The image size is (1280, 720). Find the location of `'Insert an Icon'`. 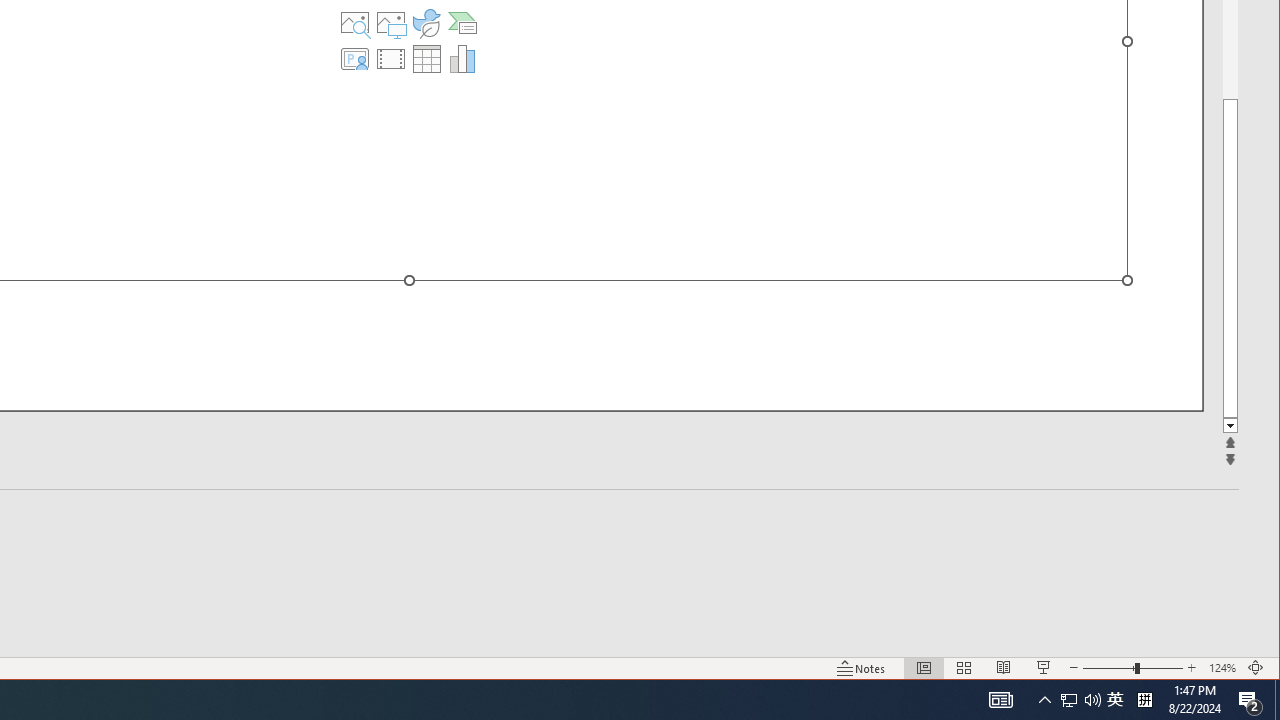

'Insert an Icon' is located at coordinates (425, 23).